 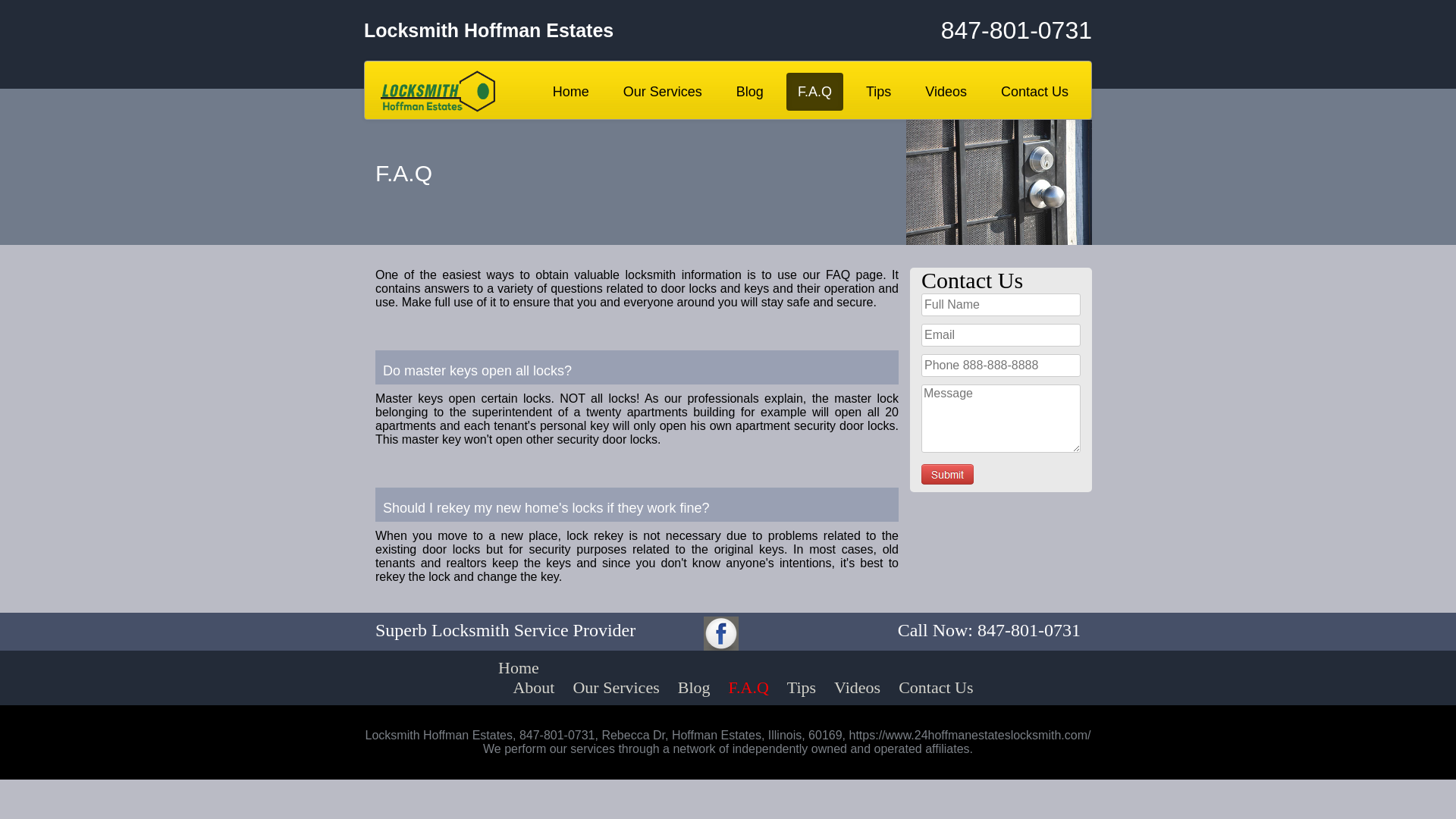 What do you see at coordinates (723, 91) in the screenshot?
I see `'Blog'` at bounding box center [723, 91].